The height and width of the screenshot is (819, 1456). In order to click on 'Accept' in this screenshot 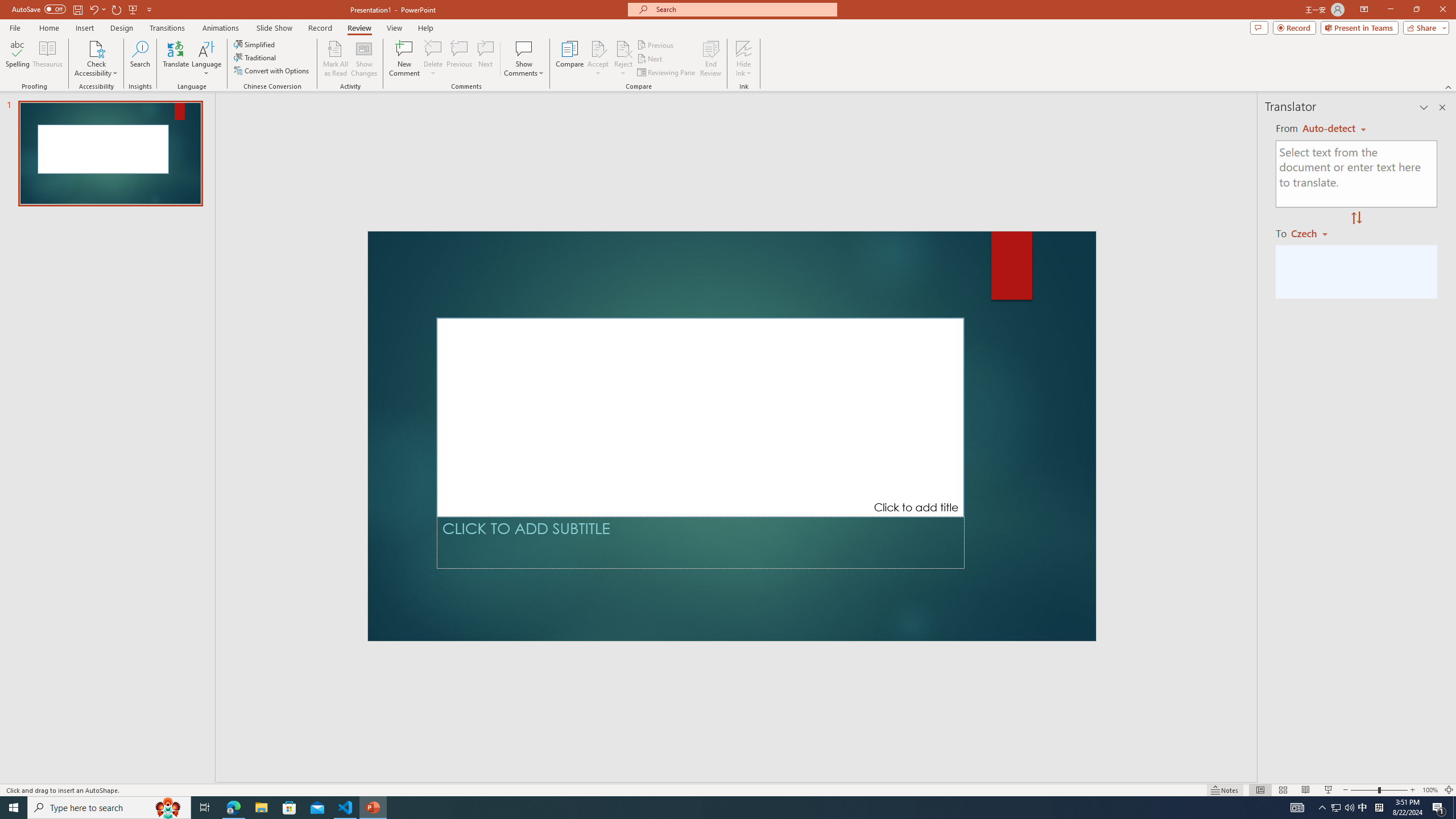, I will do `click(598, 59)`.